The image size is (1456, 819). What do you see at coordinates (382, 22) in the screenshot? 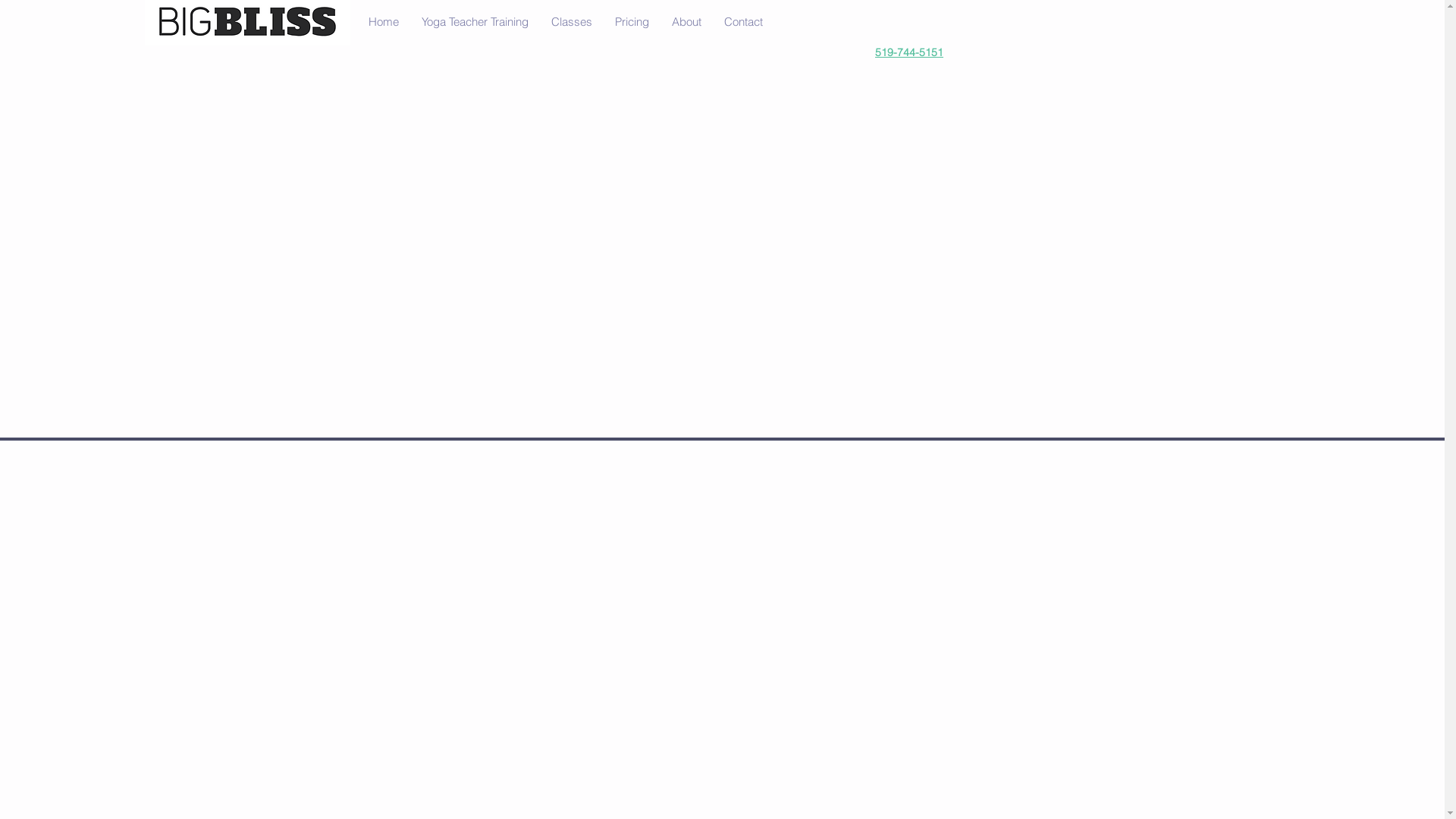
I see `'Home'` at bounding box center [382, 22].